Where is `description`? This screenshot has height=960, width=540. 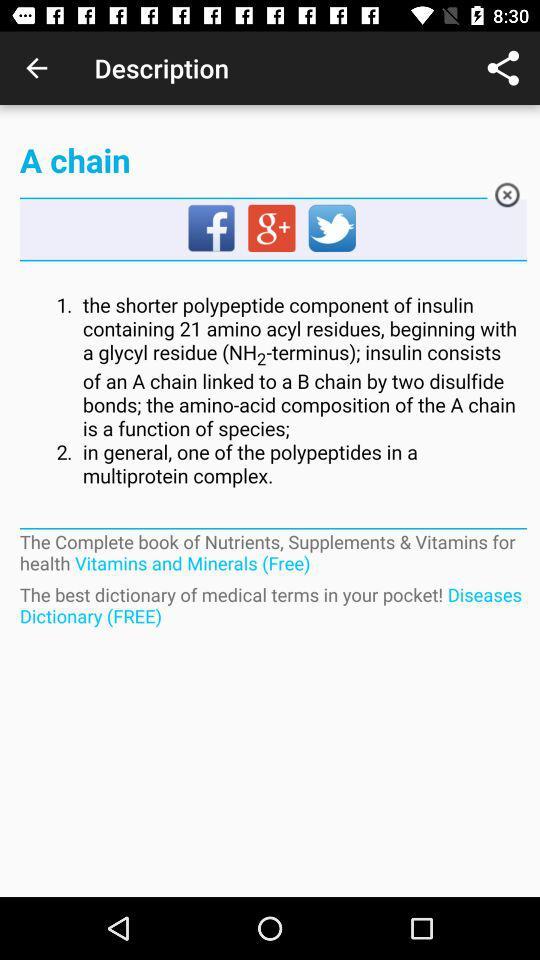
description is located at coordinates (272, 390).